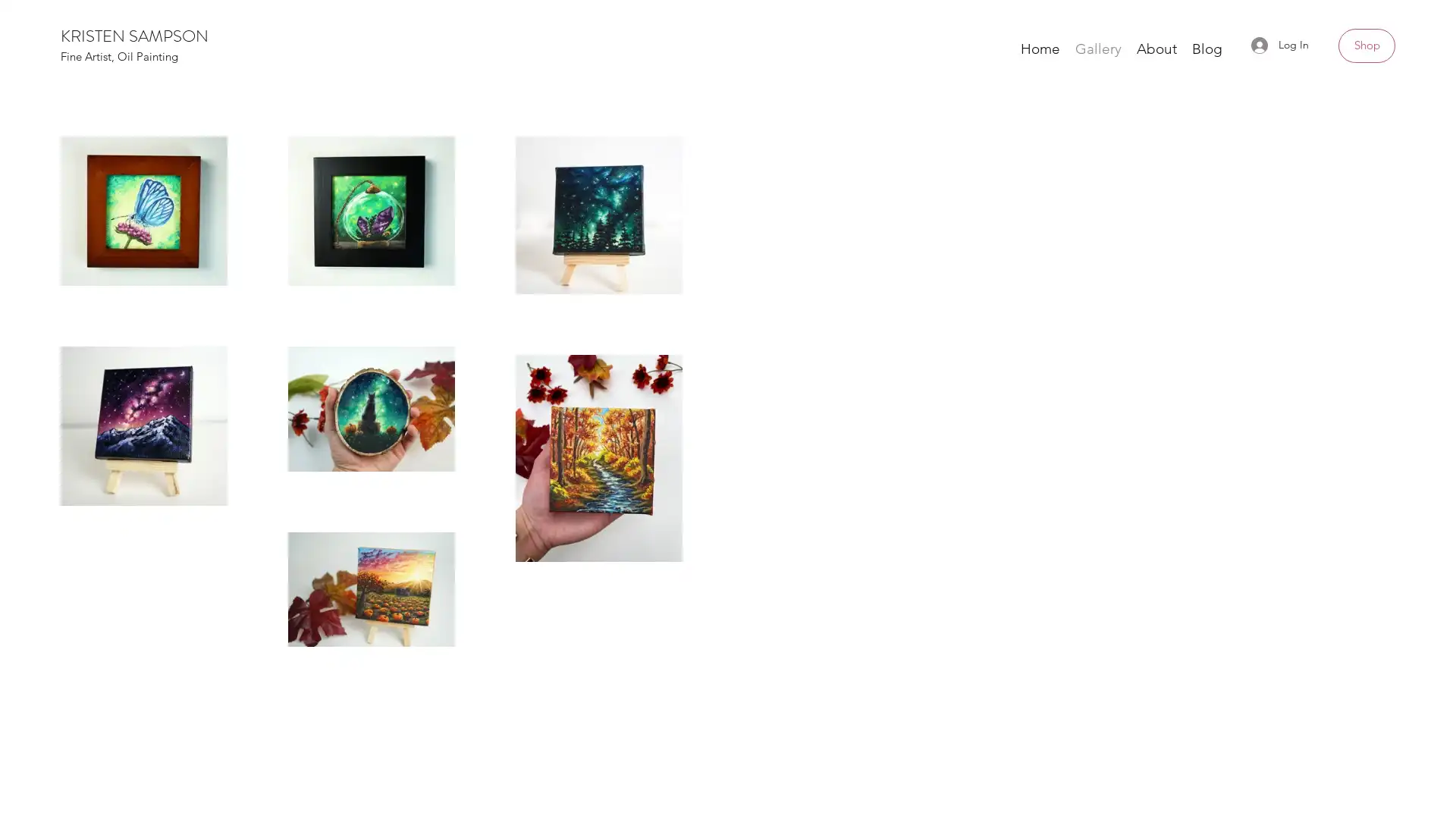 The image size is (1456, 819). Describe the element at coordinates (1279, 44) in the screenshot. I see `Log In` at that location.